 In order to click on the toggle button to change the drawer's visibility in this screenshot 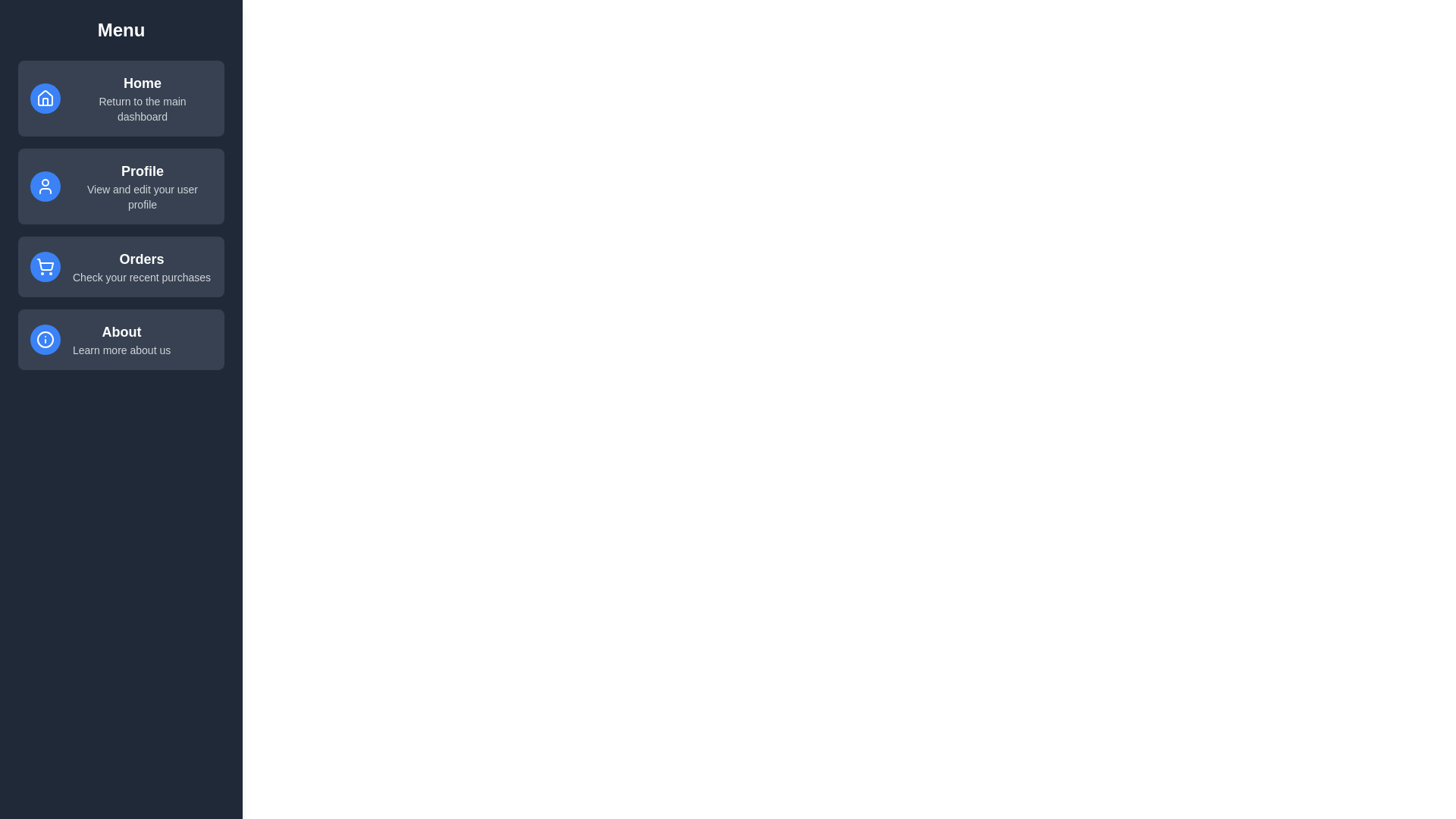, I will do `click(33, 33)`.